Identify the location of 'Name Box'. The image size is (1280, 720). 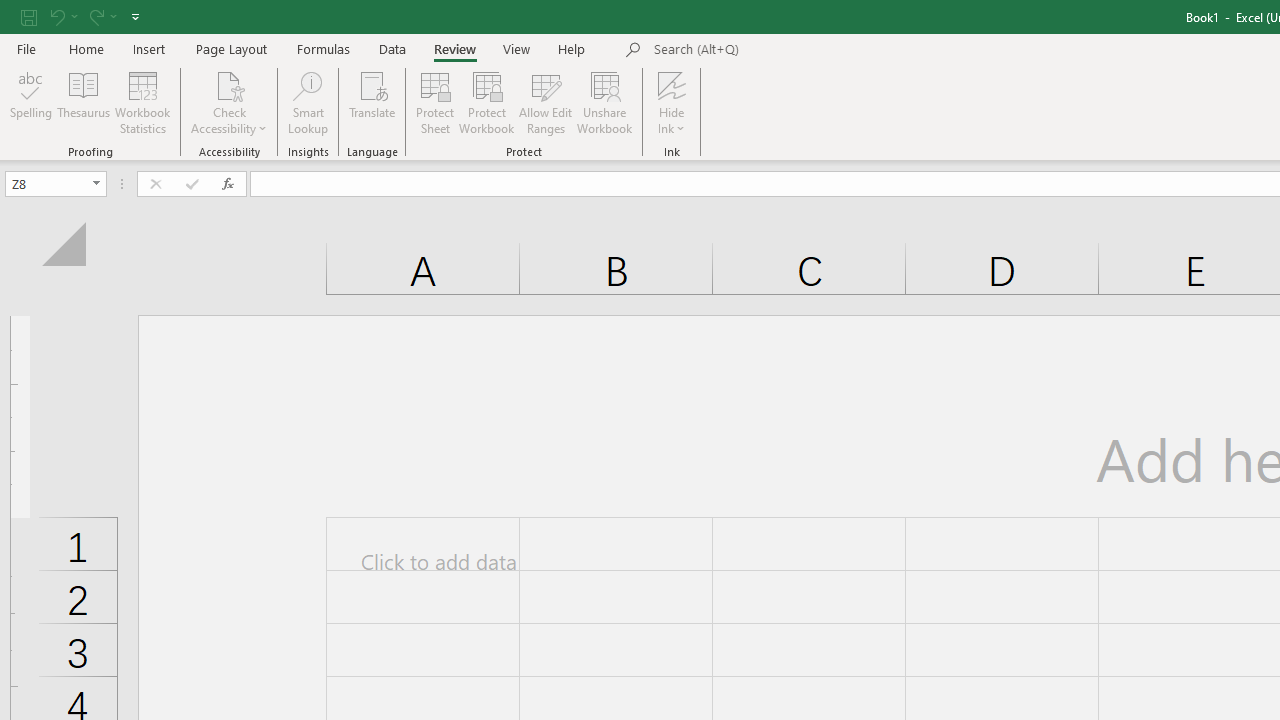
(47, 183).